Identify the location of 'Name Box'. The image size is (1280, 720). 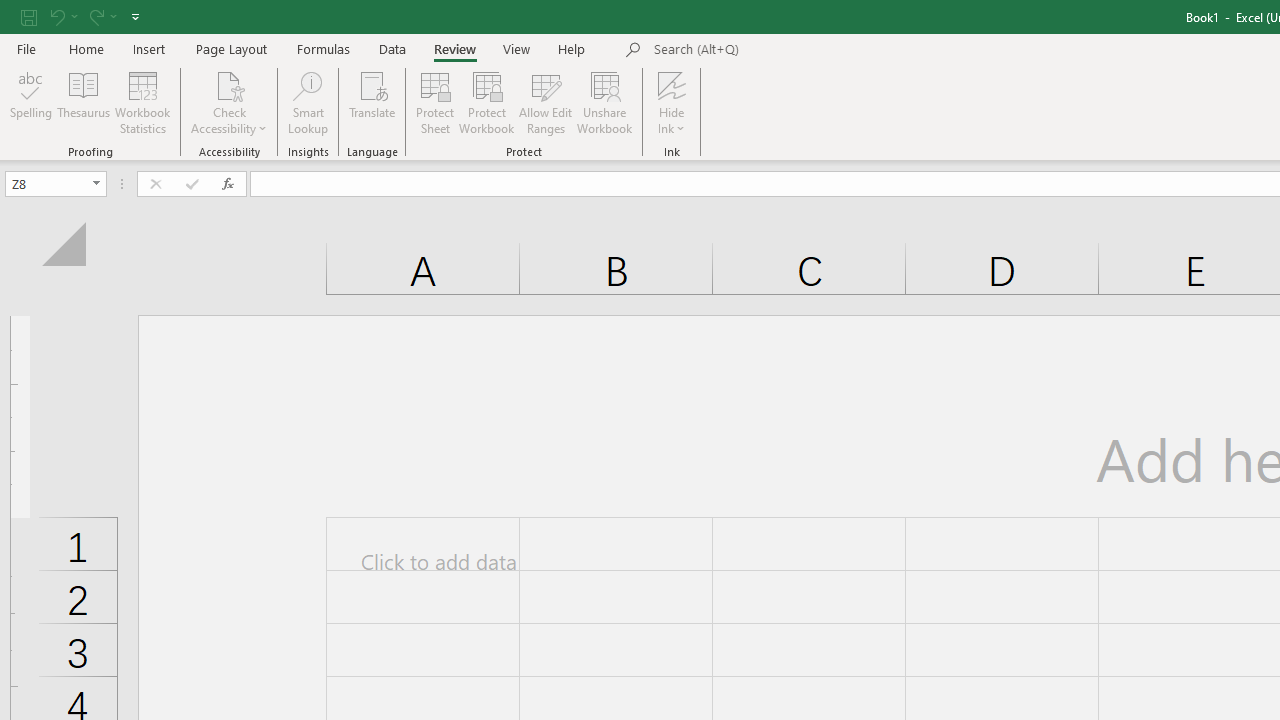
(47, 183).